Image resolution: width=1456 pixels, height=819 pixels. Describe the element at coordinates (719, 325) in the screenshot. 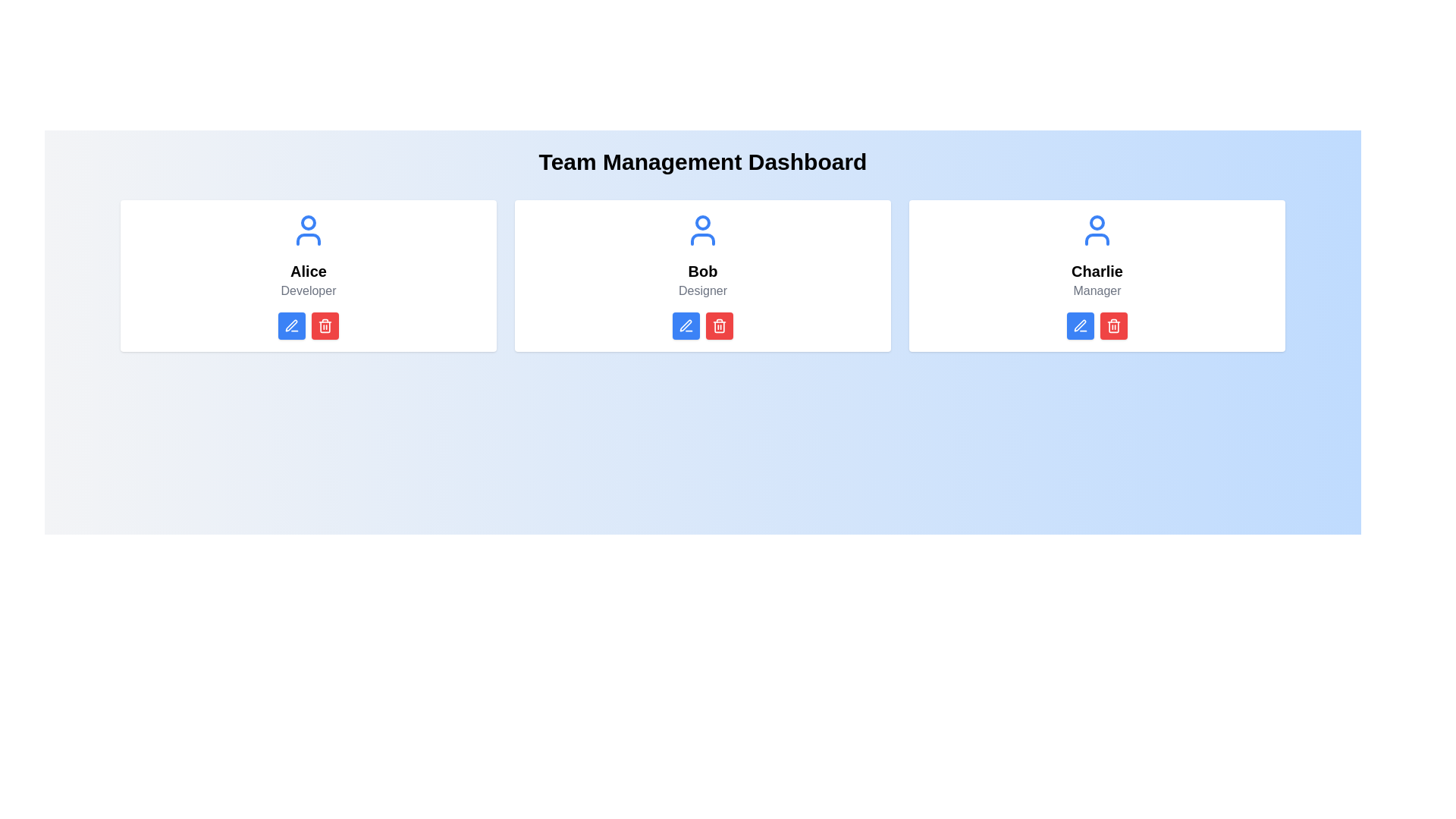

I see `the trash can button with a red background located in the second card under user 'Bob' to initiate a delete action` at that location.